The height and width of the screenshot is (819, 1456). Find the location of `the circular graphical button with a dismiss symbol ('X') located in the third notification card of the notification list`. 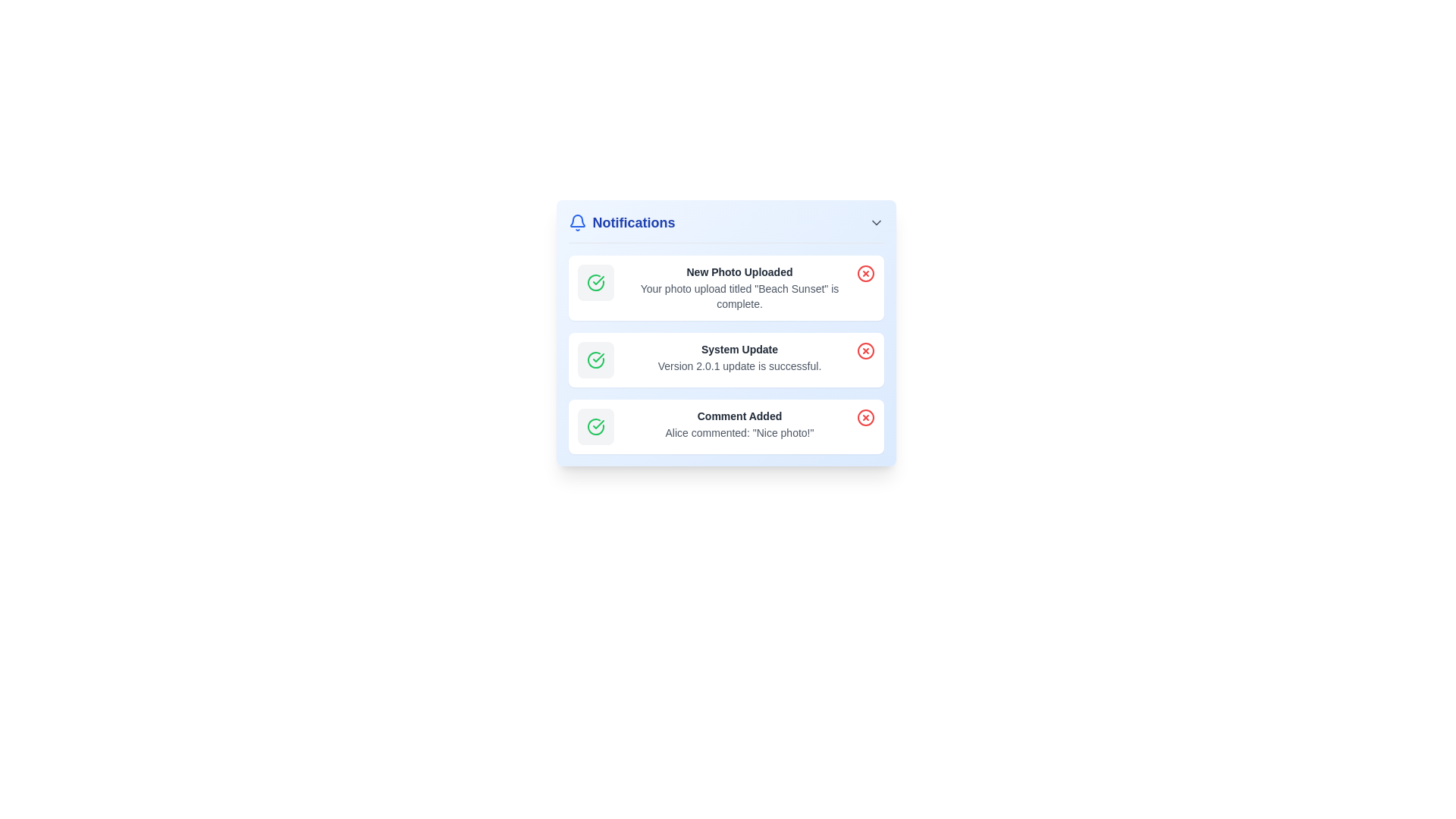

the circular graphical button with a dismiss symbol ('X') located in the third notification card of the notification list is located at coordinates (865, 418).